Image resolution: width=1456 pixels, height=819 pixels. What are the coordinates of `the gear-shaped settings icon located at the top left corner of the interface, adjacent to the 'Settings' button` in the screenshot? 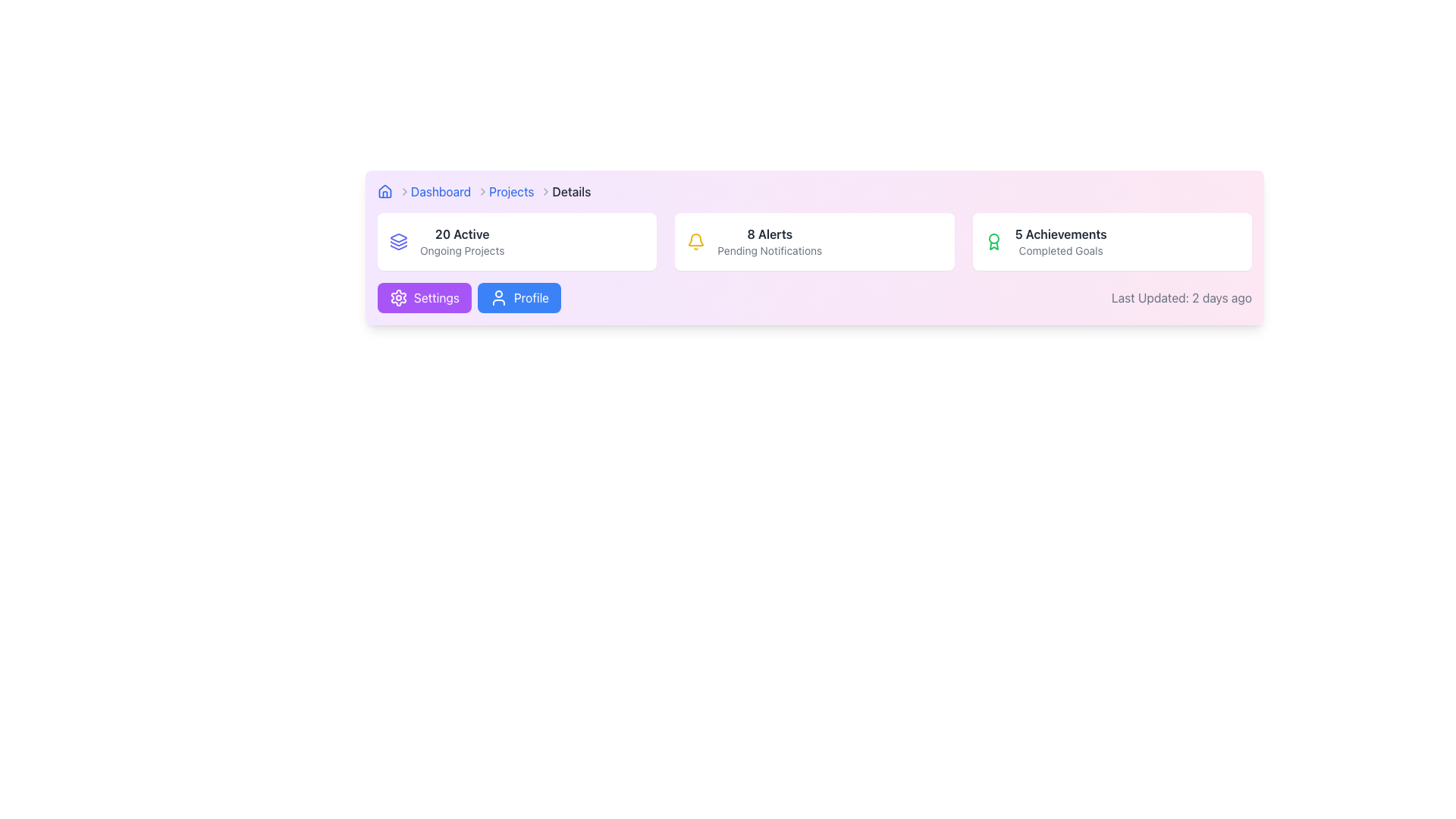 It's located at (399, 298).